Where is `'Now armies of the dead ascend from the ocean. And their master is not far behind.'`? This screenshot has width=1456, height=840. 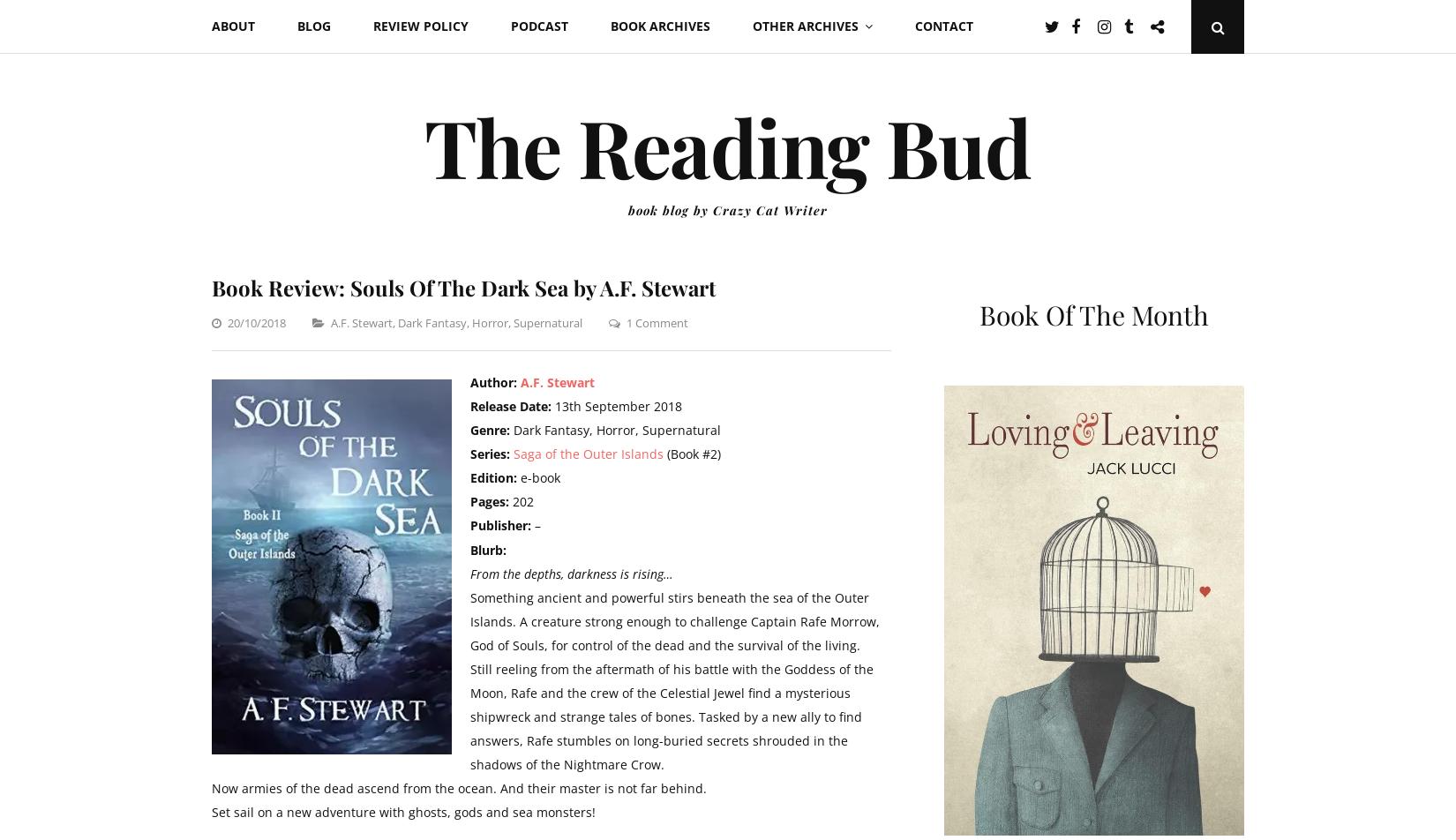 'Now armies of the dead ascend from the ocean. And their master is not far behind.' is located at coordinates (458, 787).